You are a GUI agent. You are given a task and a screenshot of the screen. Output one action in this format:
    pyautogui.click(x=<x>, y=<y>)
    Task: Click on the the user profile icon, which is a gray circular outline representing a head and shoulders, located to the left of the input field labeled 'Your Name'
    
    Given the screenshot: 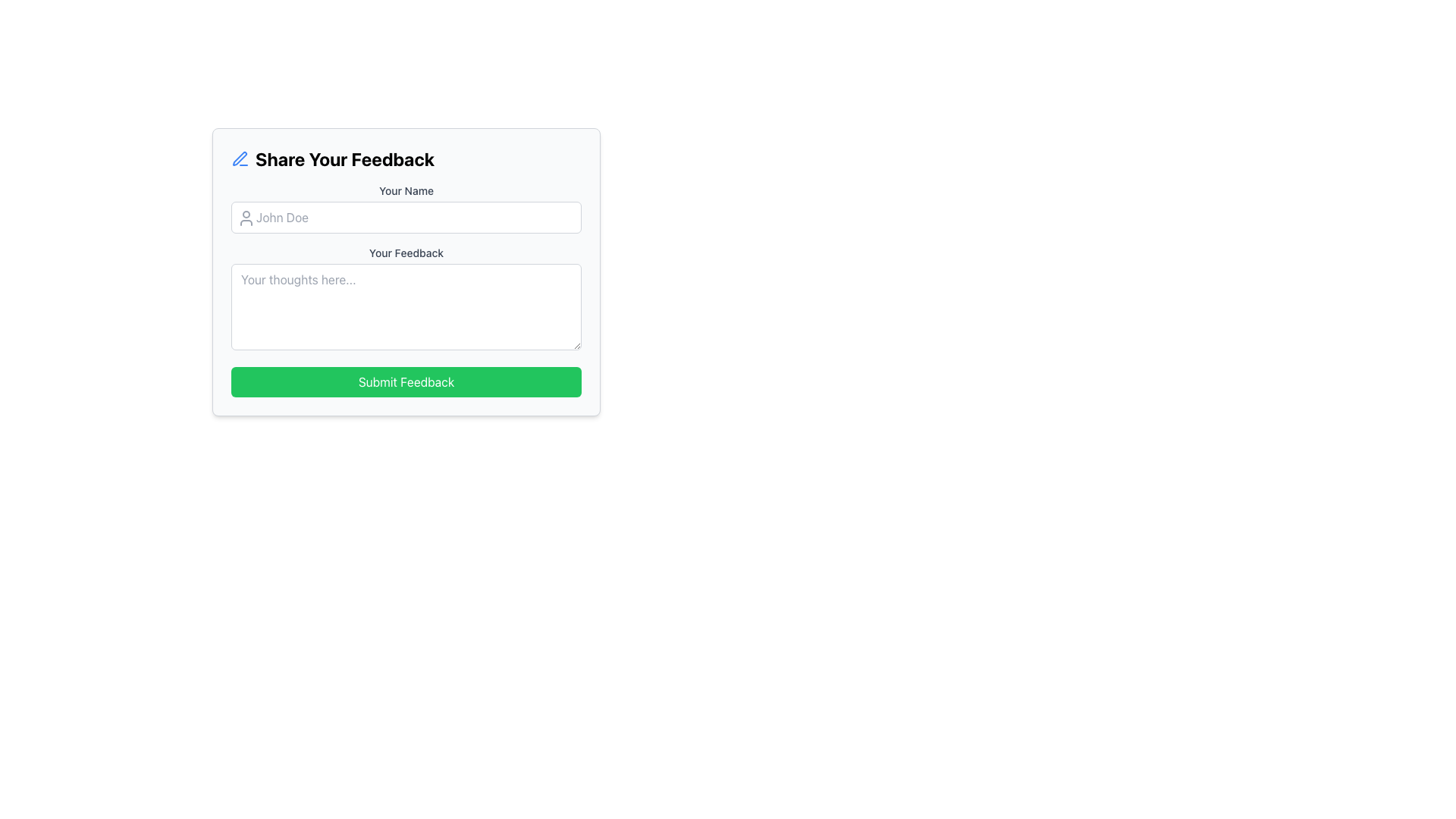 What is the action you would take?
    pyautogui.click(x=246, y=218)
    